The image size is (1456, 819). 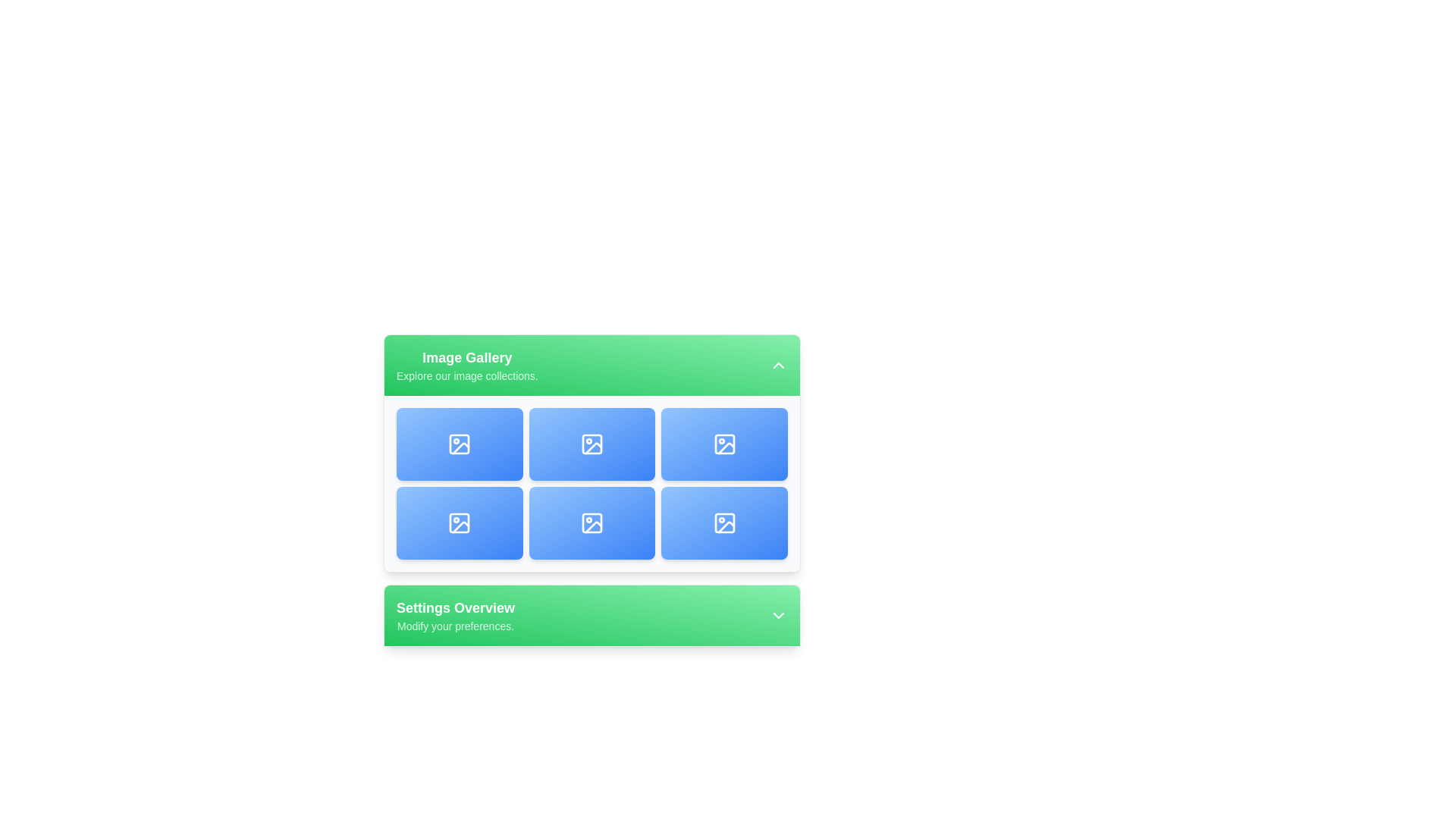 What do you see at coordinates (454, 626) in the screenshot?
I see `the informational text label located in the 'Settings Overview' section, positioned below the section heading` at bounding box center [454, 626].